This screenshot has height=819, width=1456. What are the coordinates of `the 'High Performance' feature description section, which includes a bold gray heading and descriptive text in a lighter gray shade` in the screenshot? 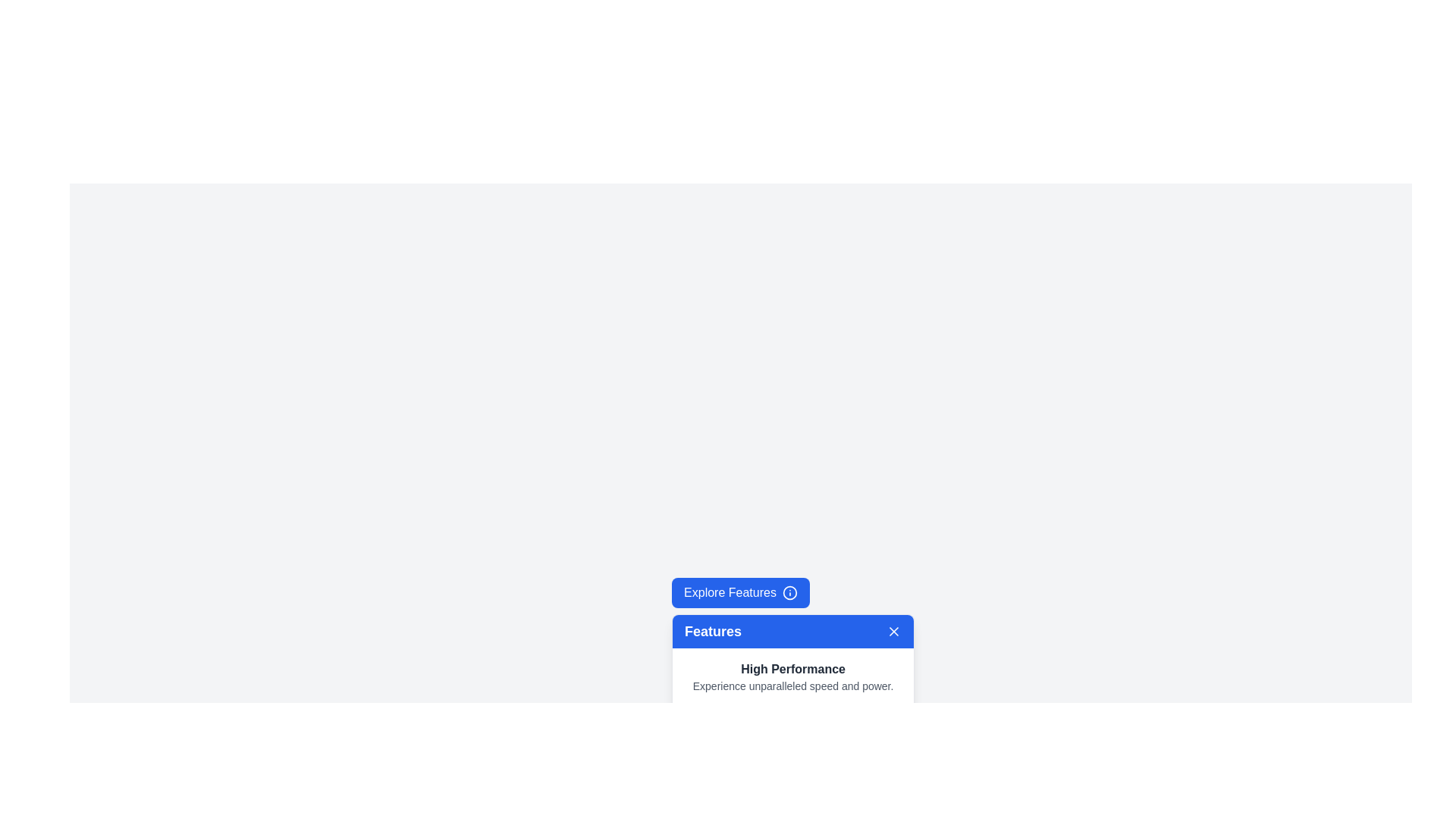 It's located at (792, 676).